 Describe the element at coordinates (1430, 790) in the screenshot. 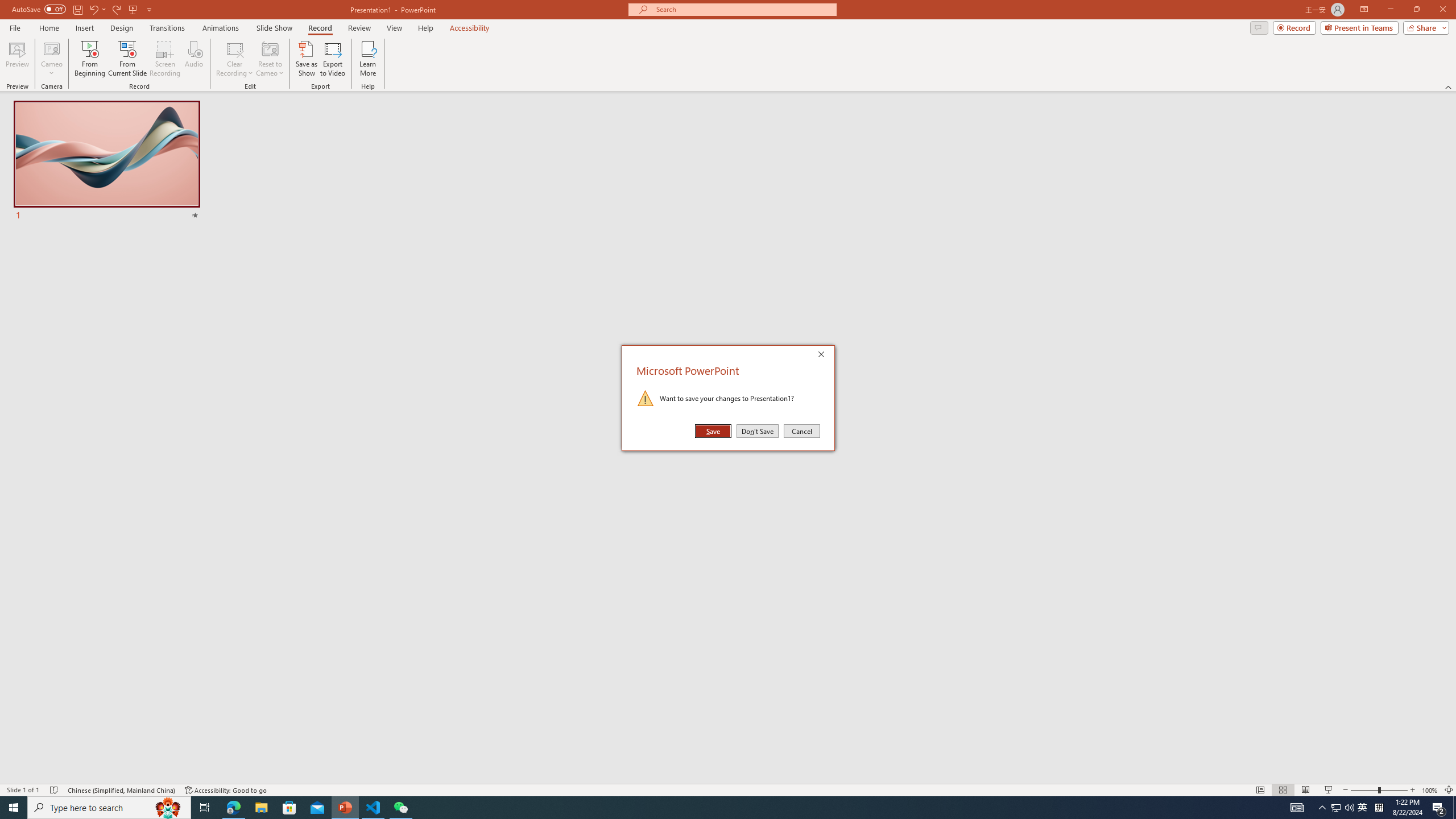

I see `'Zoom 100%'` at that location.